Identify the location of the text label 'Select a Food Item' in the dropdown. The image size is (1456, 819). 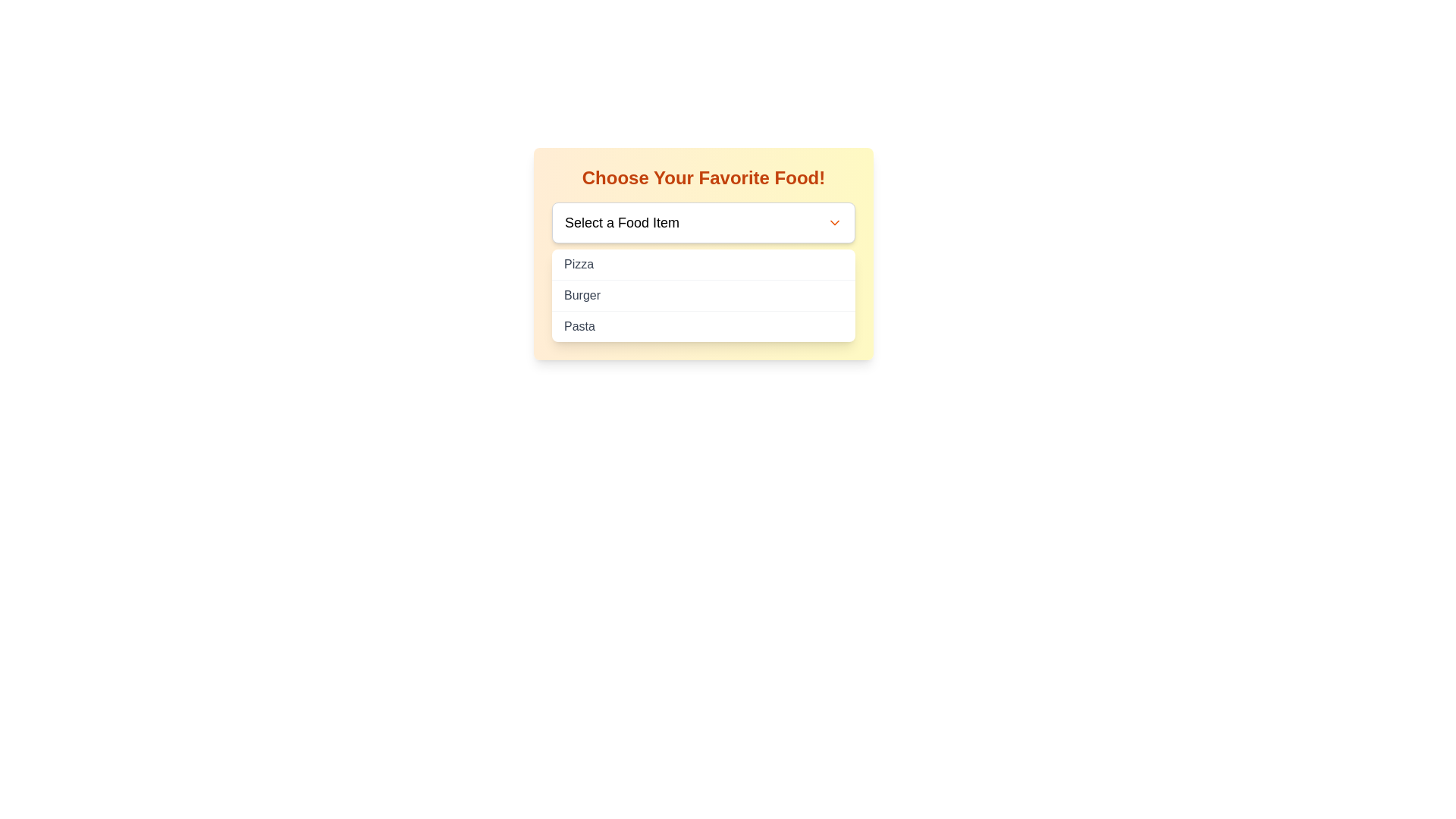
(622, 222).